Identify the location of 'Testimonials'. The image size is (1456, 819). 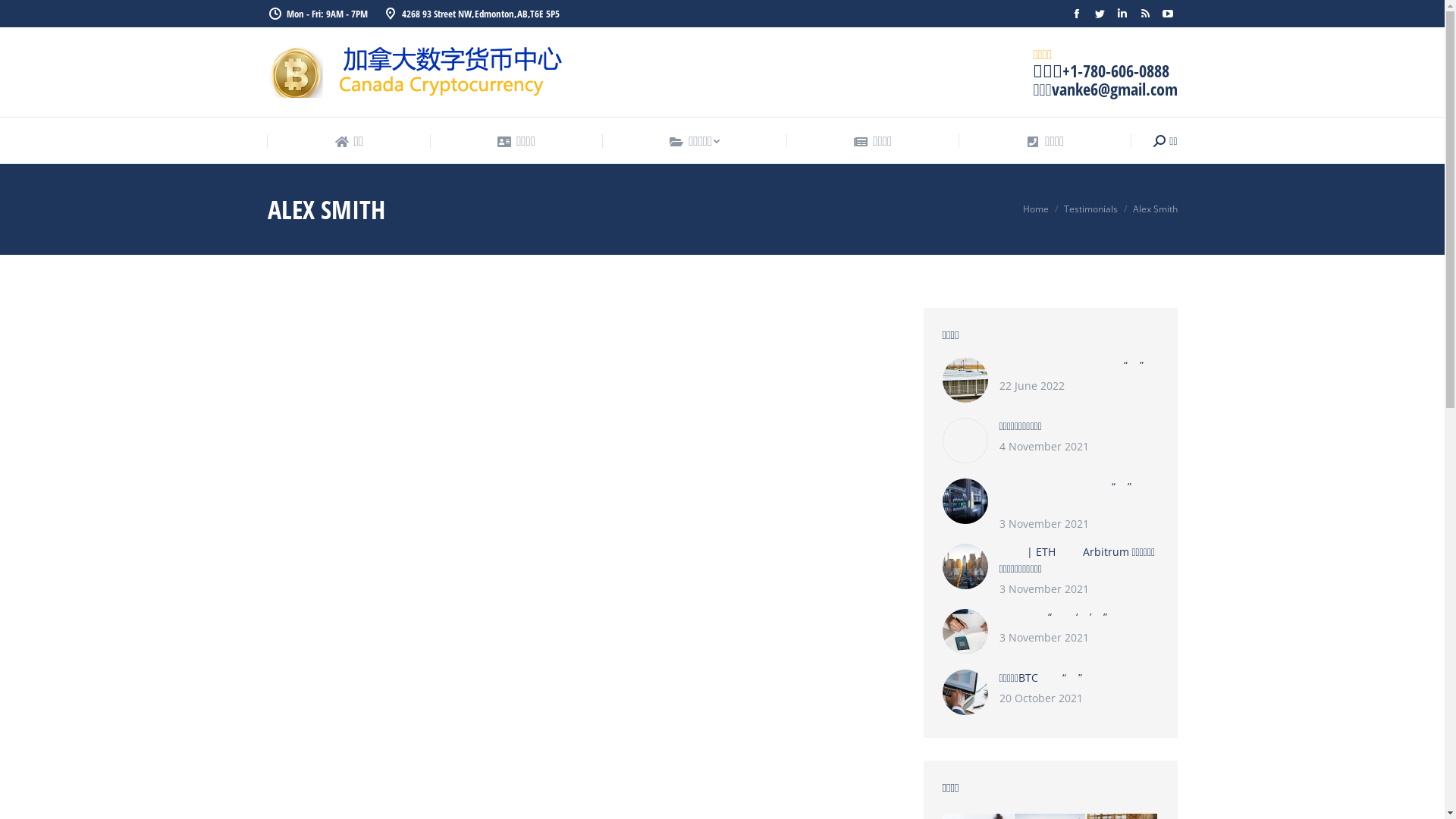
(1062, 209).